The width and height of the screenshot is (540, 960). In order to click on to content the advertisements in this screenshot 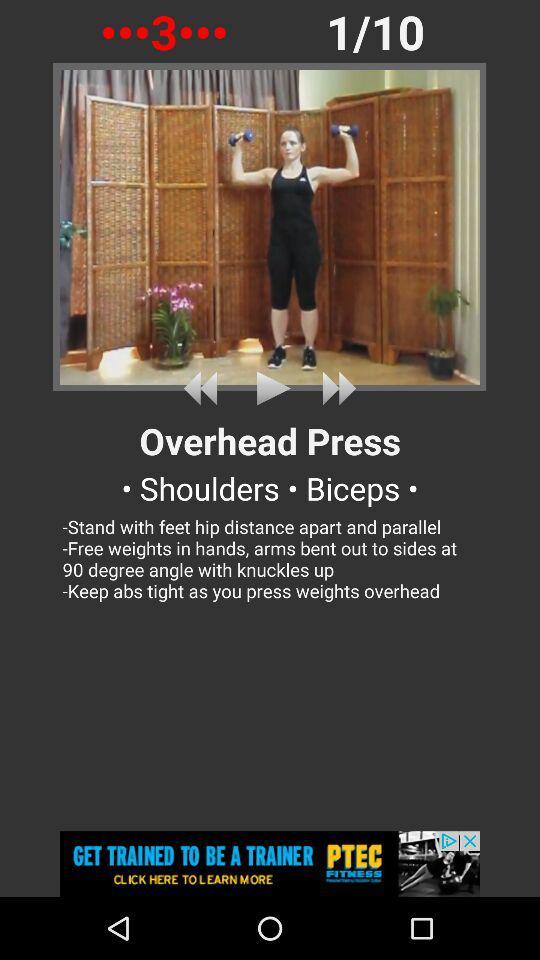, I will do `click(270, 863)`.